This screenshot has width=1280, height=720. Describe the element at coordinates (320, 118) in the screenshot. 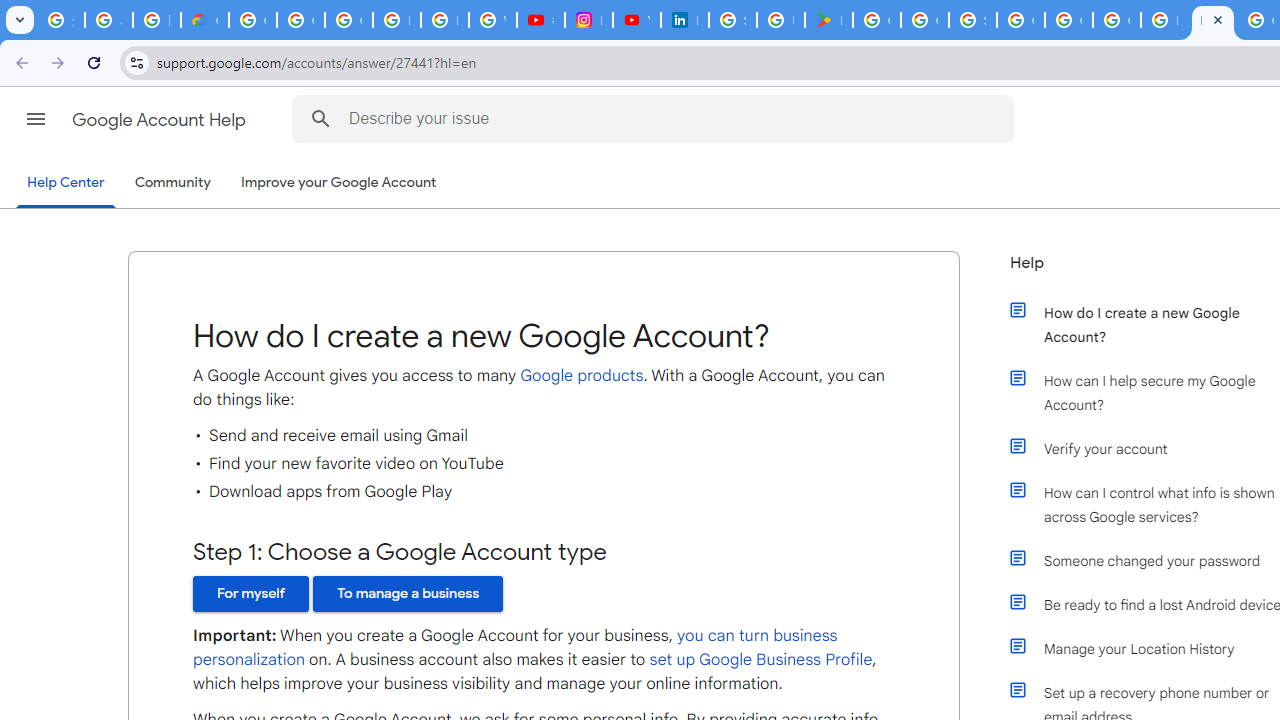

I see `'Search Help Center'` at that location.